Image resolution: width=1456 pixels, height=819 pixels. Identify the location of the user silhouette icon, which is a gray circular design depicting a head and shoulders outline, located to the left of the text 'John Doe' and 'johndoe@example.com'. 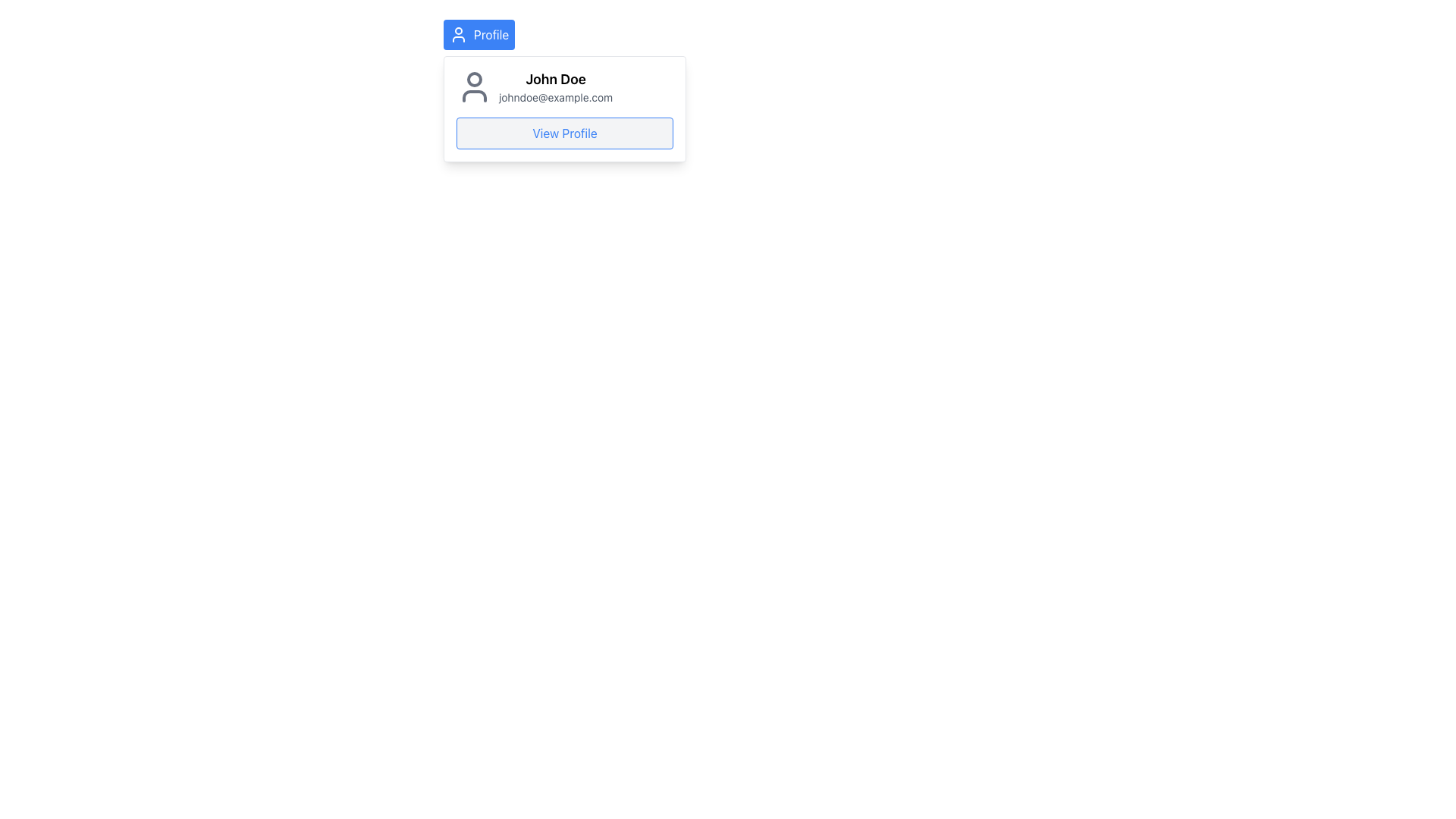
(473, 87).